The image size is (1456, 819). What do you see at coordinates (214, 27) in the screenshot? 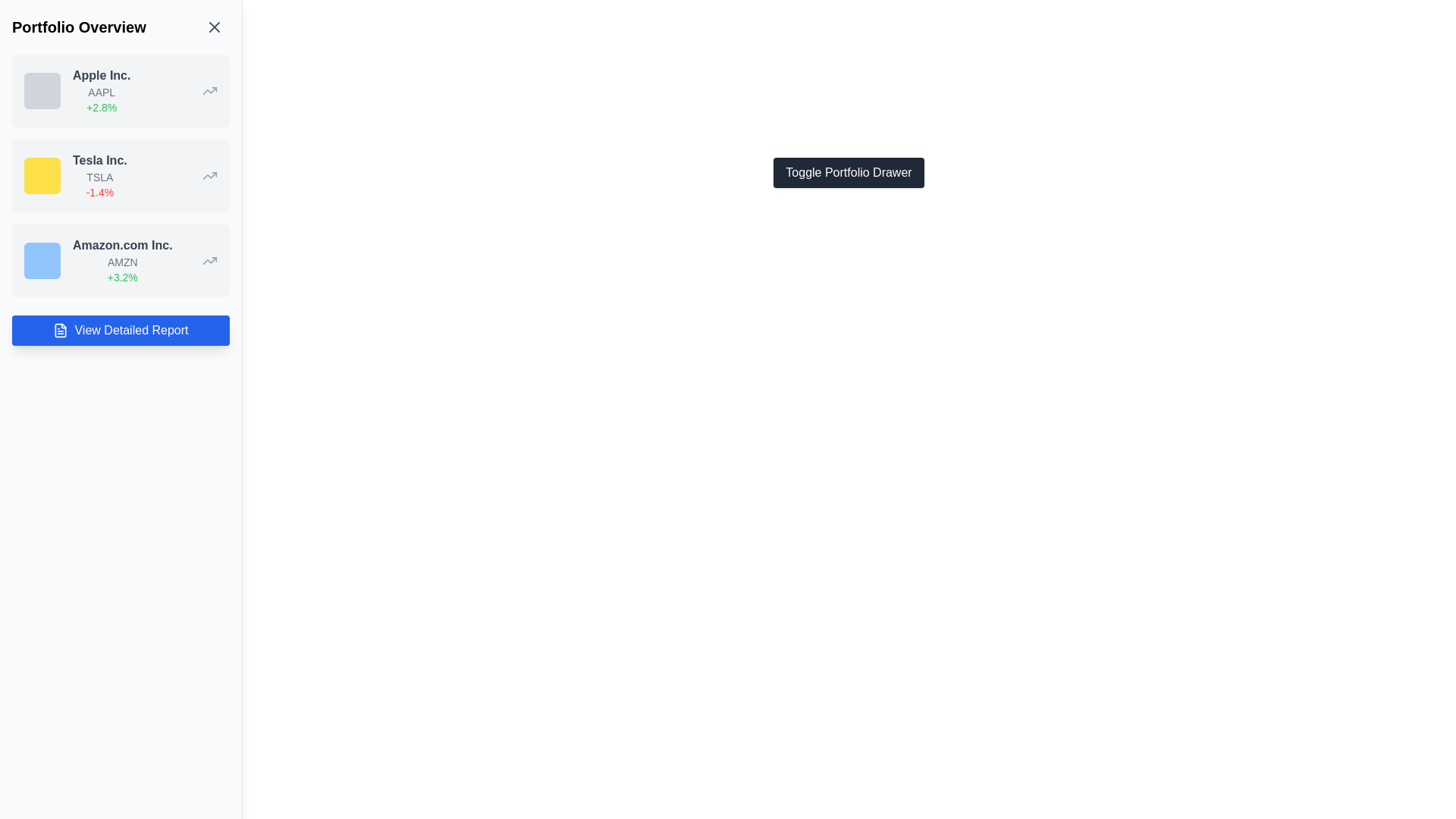
I see `the Close button, which is an 'X' shaped icon located at the top-right corner of the sidebar titled 'Portfolio Overview'` at bounding box center [214, 27].